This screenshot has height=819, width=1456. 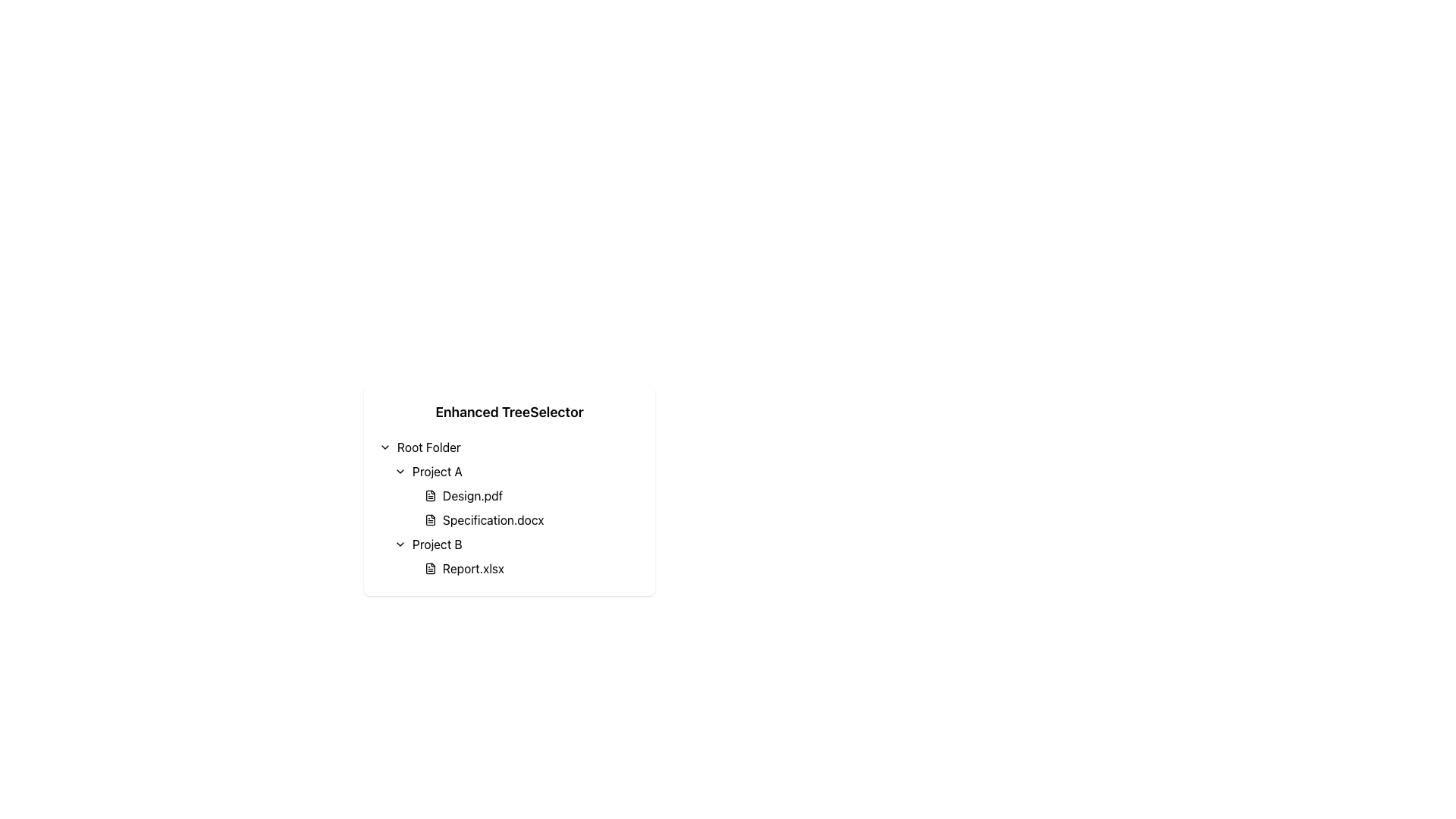 I want to click on the SVG Icon, so click(x=400, y=470).